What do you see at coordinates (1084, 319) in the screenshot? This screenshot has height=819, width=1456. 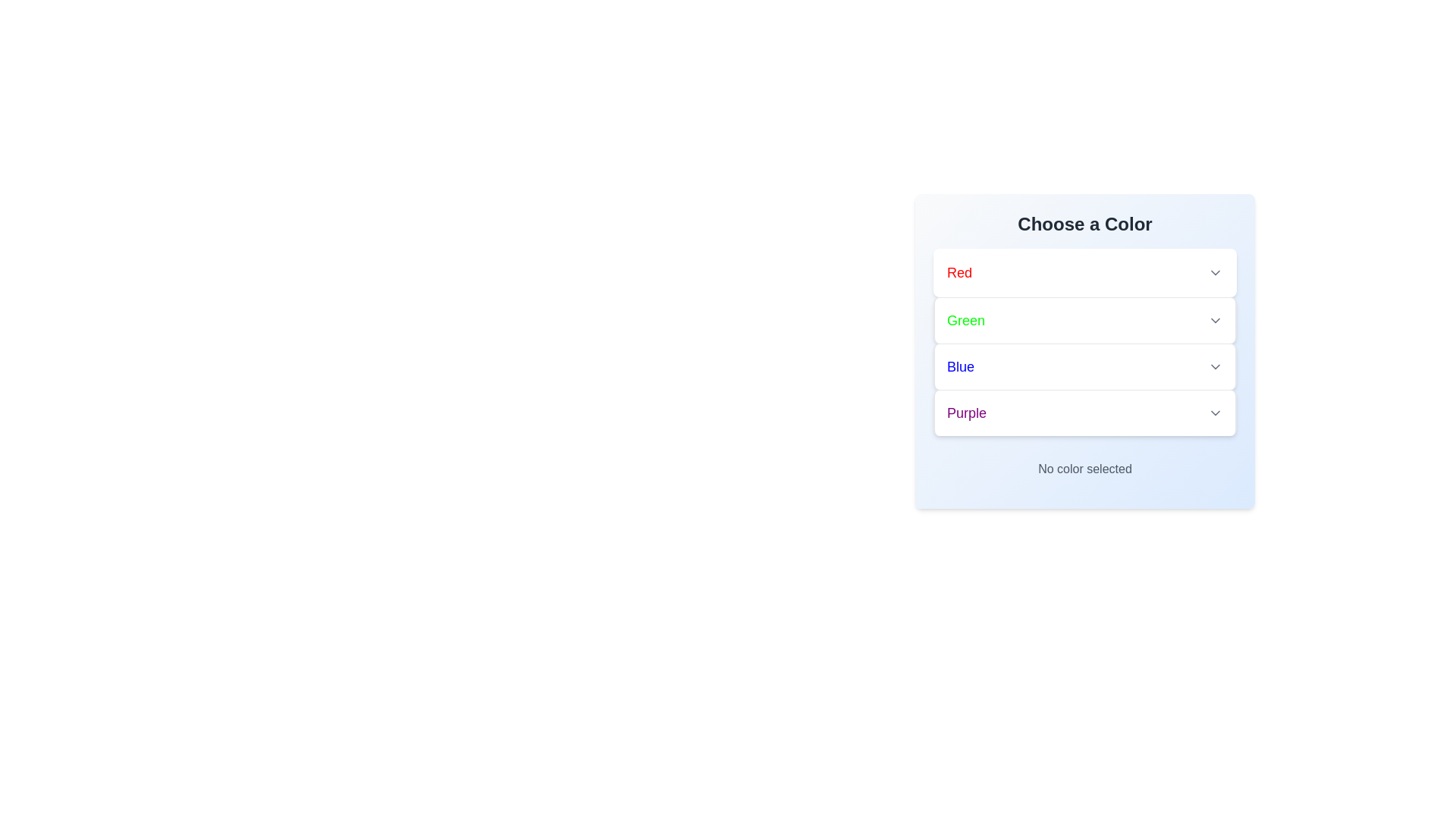 I see `the color item Green to observe the hover effect` at bounding box center [1084, 319].